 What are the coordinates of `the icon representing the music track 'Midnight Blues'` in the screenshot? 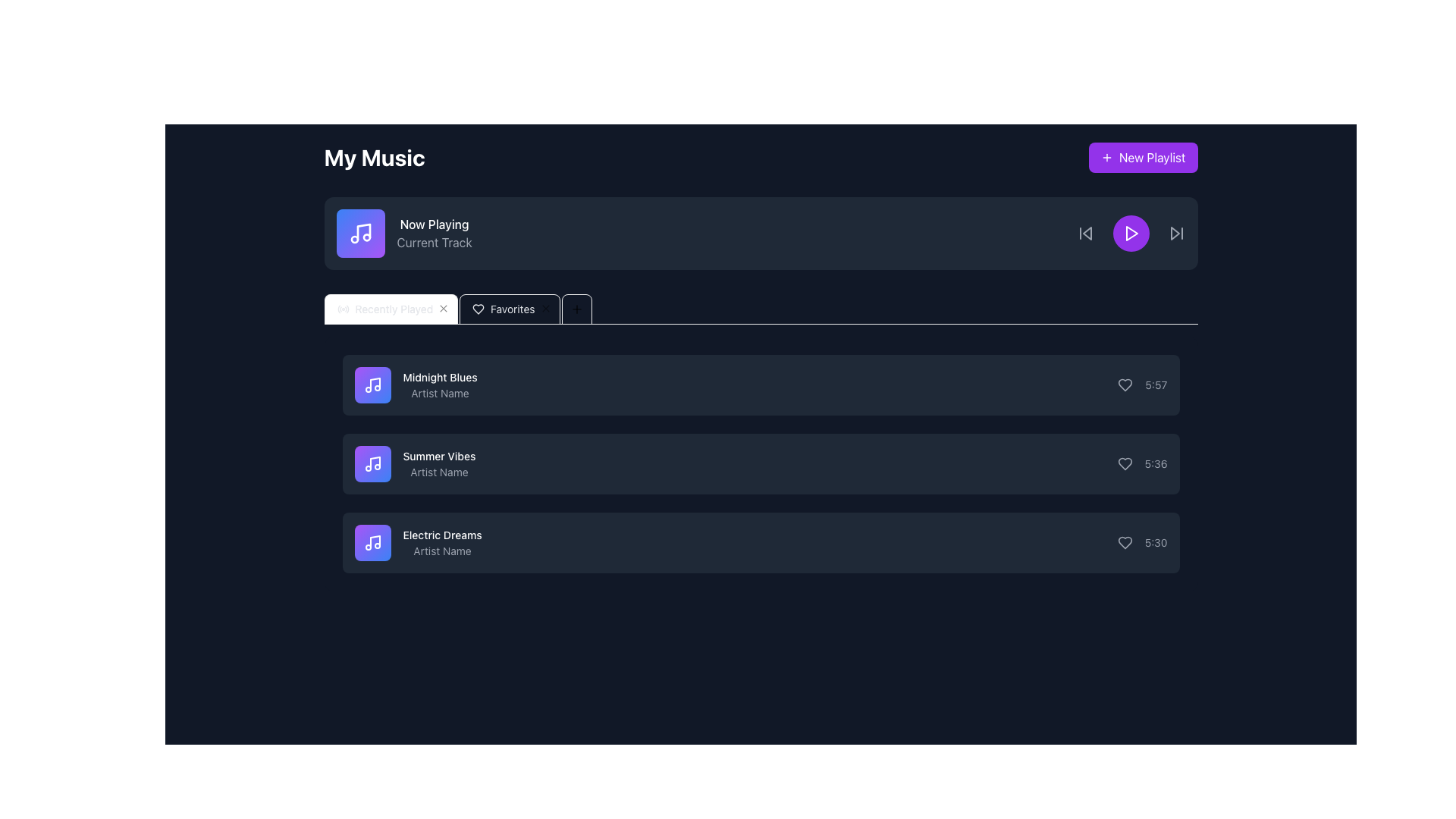 It's located at (372, 384).